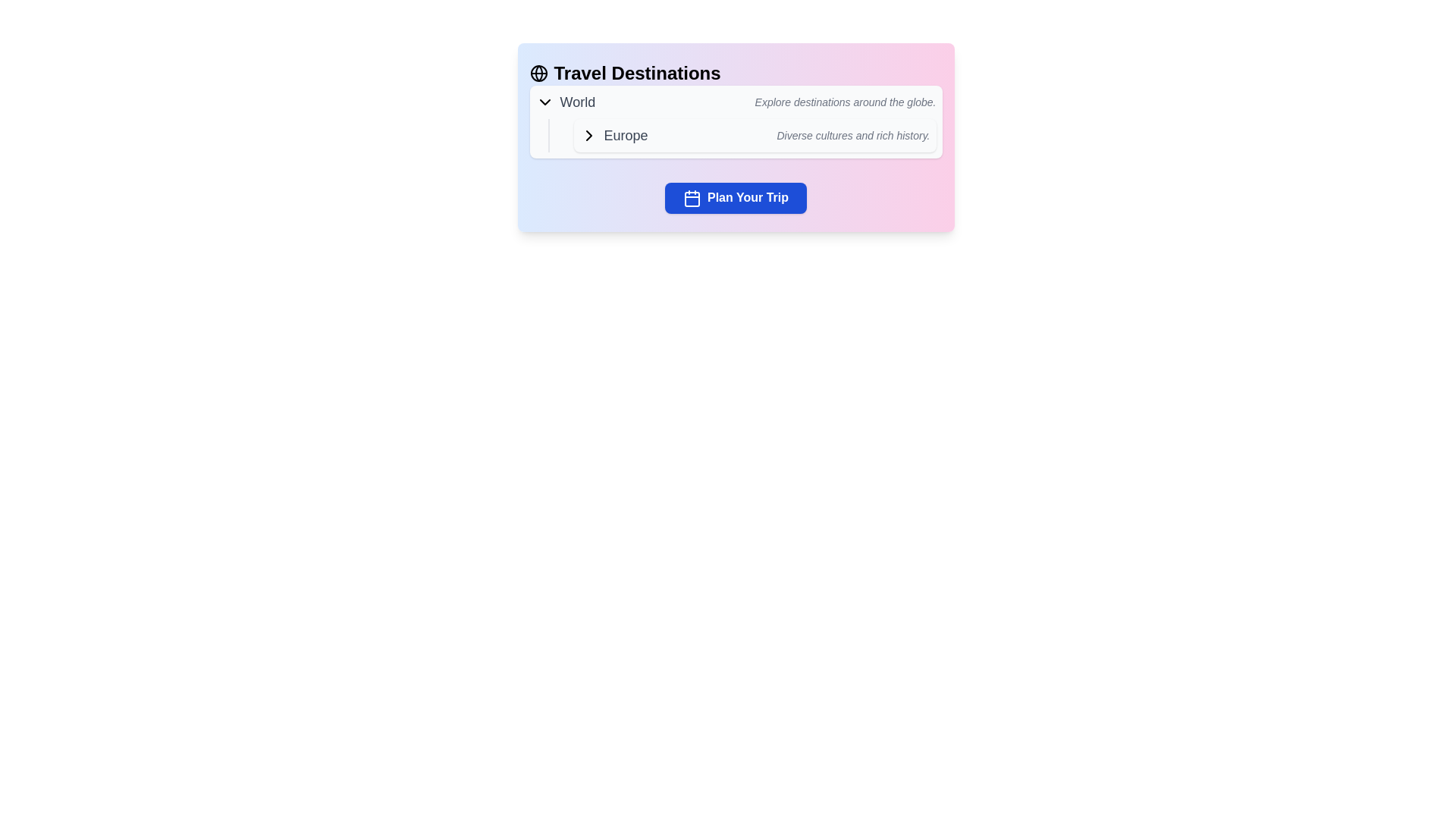  Describe the element at coordinates (844, 102) in the screenshot. I see `the static label reading 'Explore destinations around the globe.' which is styled in italic and small gray font, located to the right of the 'World' text in the navigation interface` at that location.